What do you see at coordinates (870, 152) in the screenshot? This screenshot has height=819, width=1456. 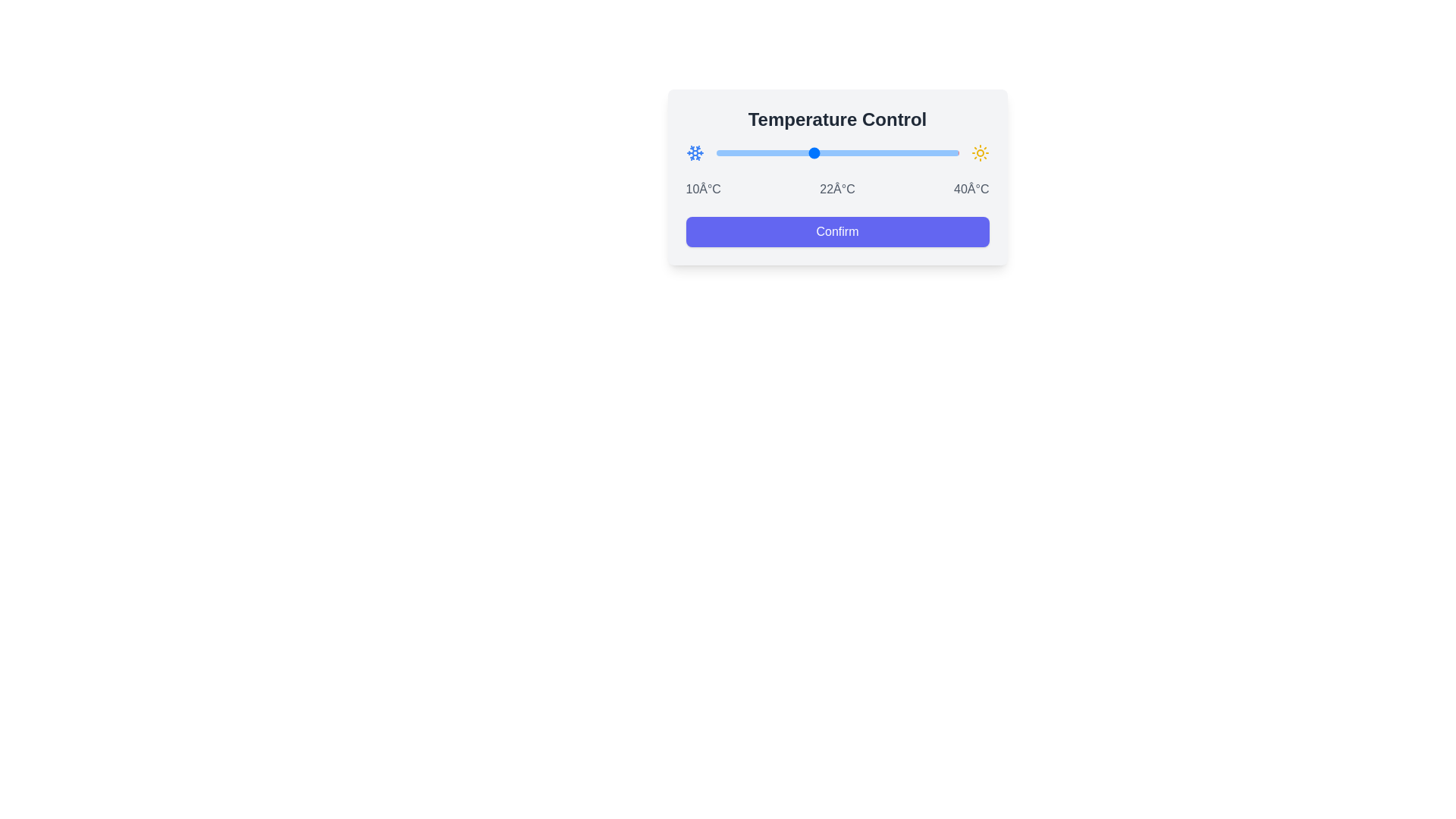 I see `the slider to set the temperature to 29°C` at bounding box center [870, 152].